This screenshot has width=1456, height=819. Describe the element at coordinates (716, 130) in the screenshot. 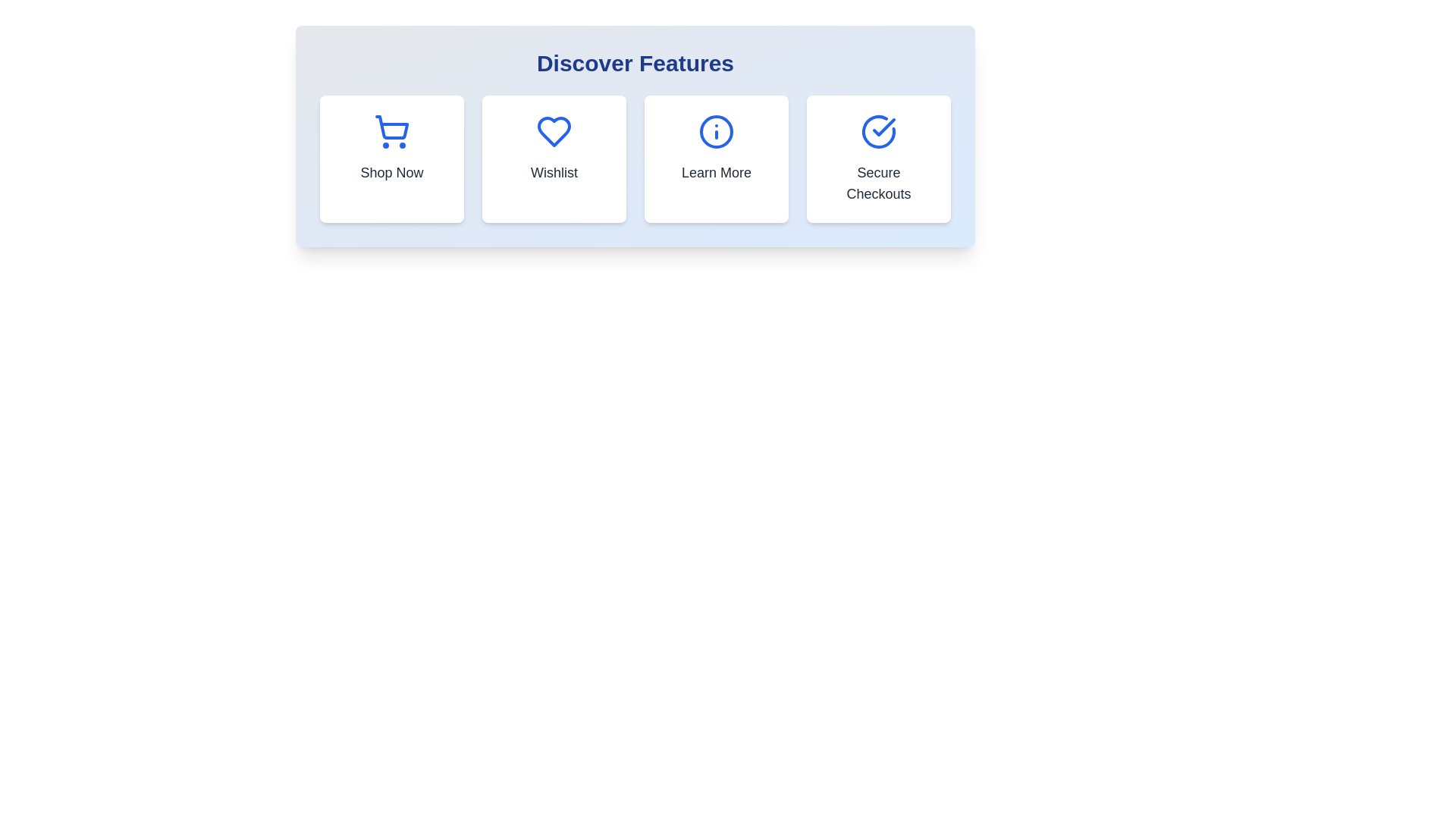

I see `the SVG Circle that represents the info icon of the 'Learn More' button, which is the third button from the left under the 'Discover Features' heading` at that location.